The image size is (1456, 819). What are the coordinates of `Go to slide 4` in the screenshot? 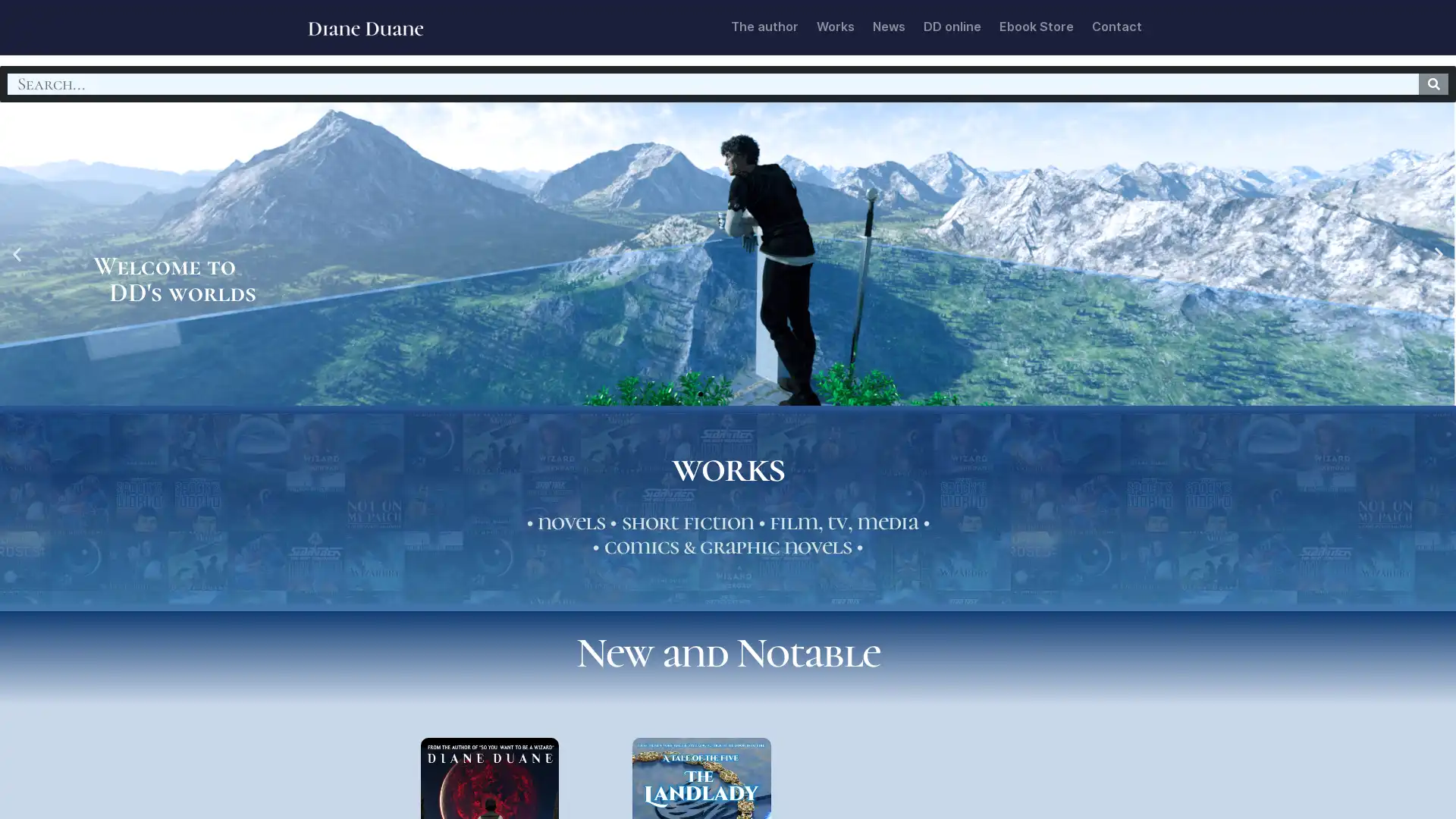 It's located at (742, 400).